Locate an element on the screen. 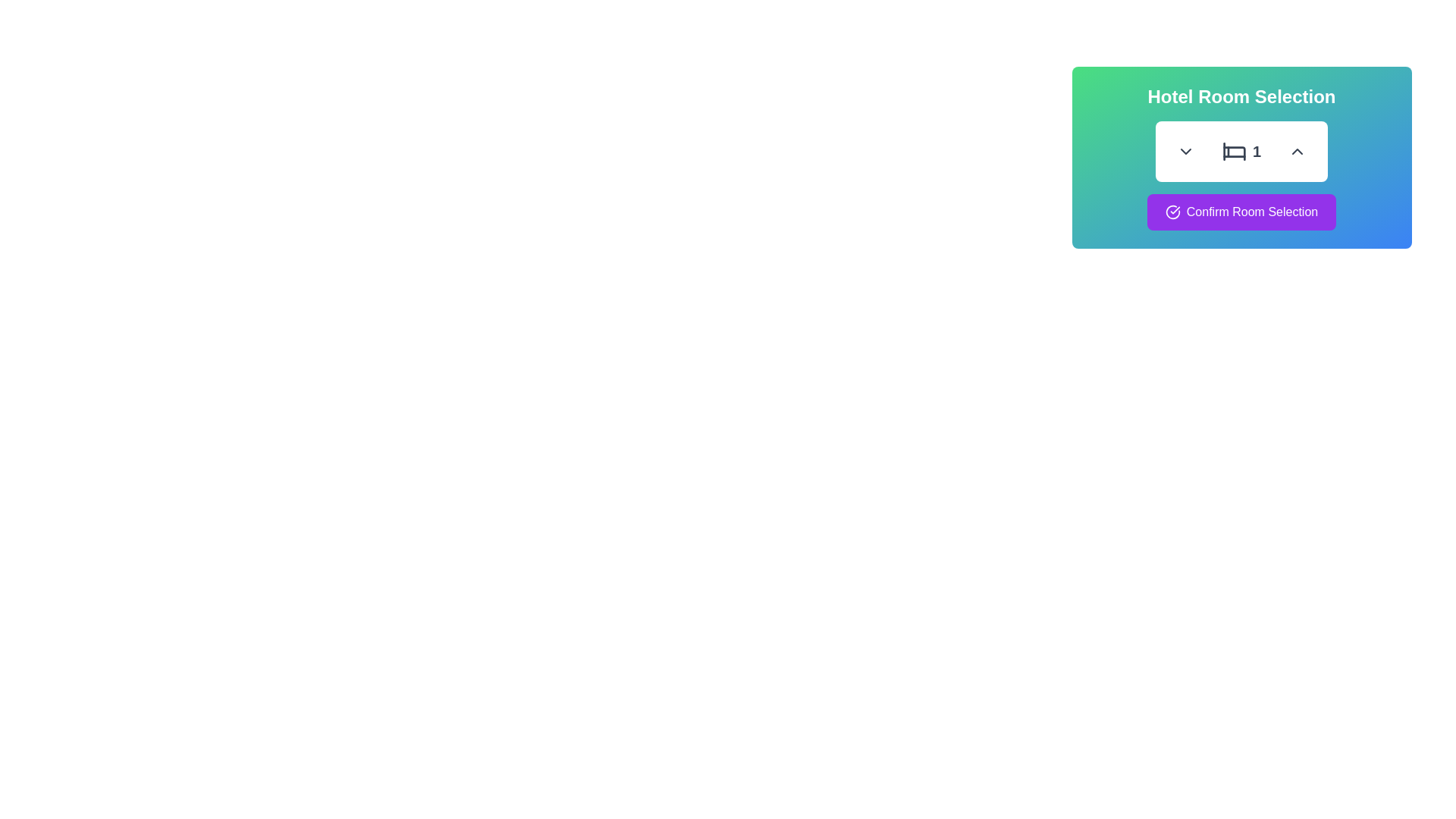 Image resolution: width=1456 pixels, height=819 pixels. the graphical icon component resembling a bed frame, which is located near the center of the interface within the hotel room selection panel is located at coordinates (1234, 153).